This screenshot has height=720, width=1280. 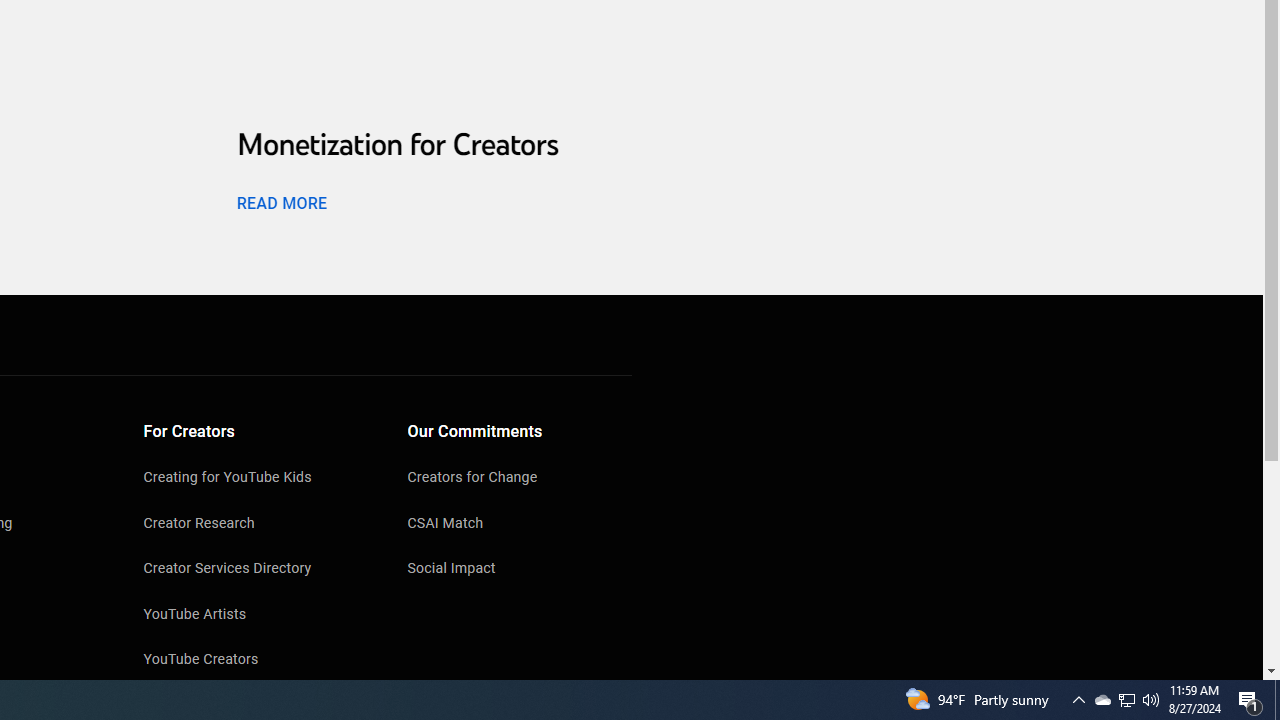 I want to click on 'Creator Research', so click(x=255, y=523).